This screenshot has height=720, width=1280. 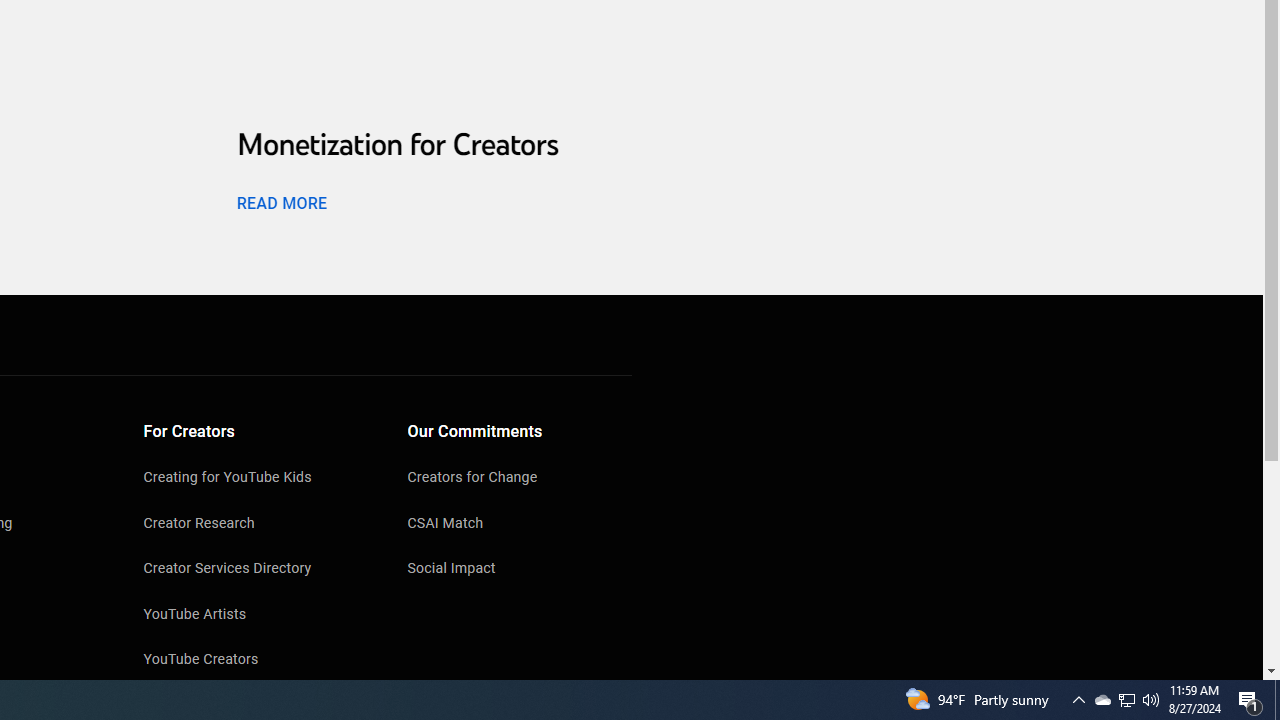 I want to click on 'Creator Research', so click(x=255, y=523).